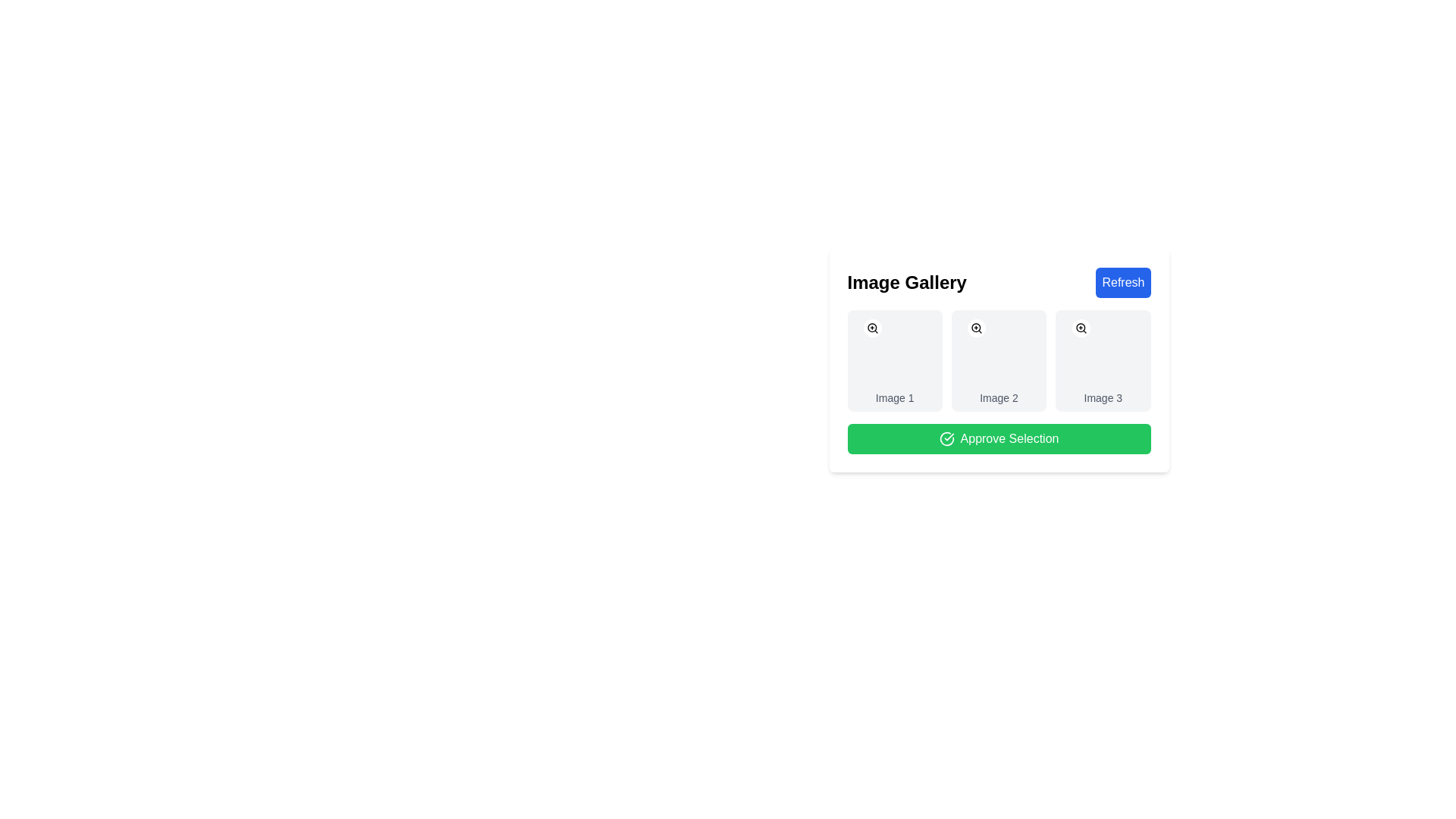 This screenshot has width=1456, height=819. Describe the element at coordinates (1080, 327) in the screenshot. I see `the zoom-in button located at the top-left corner of the third image thumbnail in the image gallery` at that location.